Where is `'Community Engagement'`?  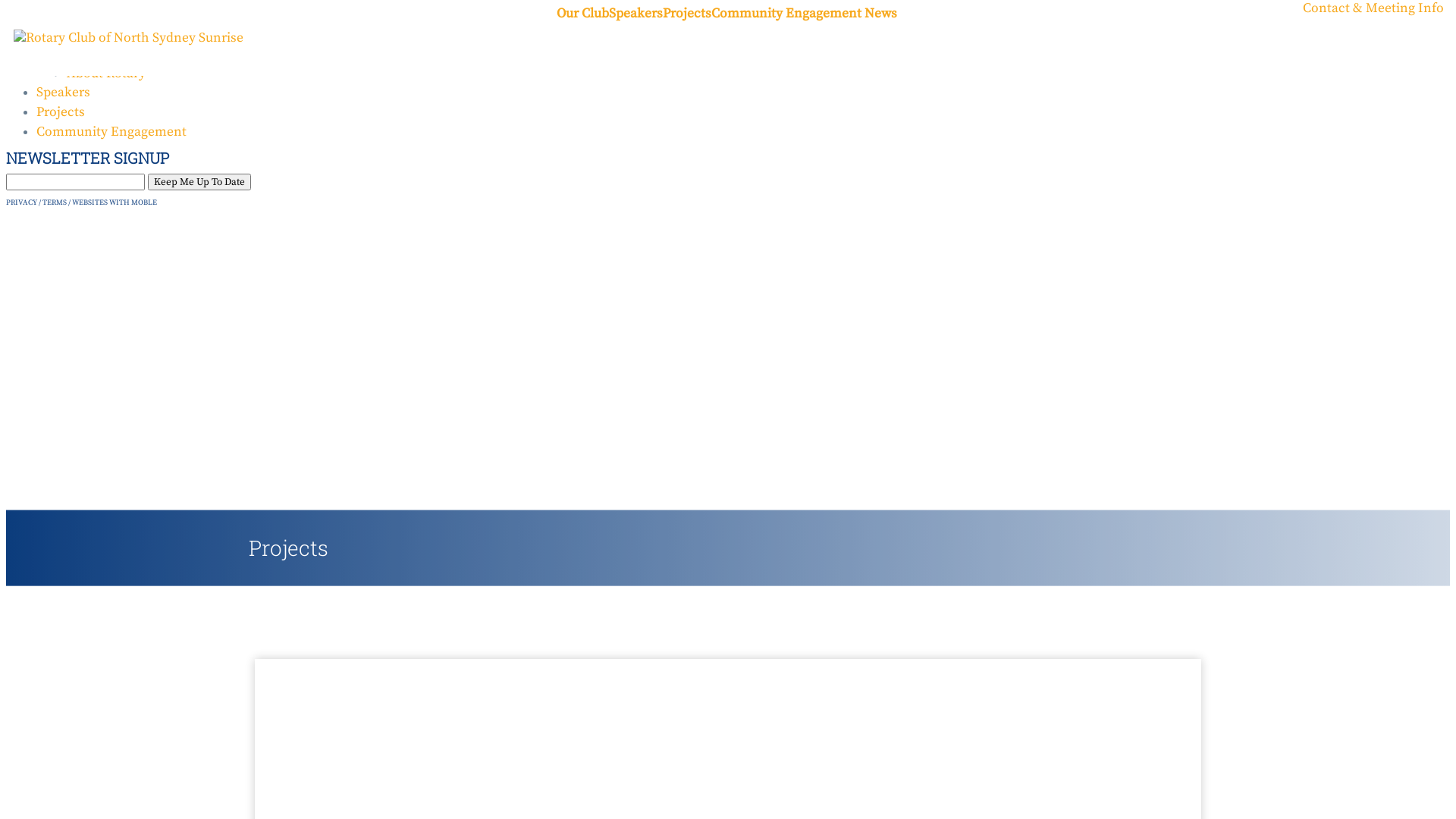 'Community Engagement' is located at coordinates (710, 14).